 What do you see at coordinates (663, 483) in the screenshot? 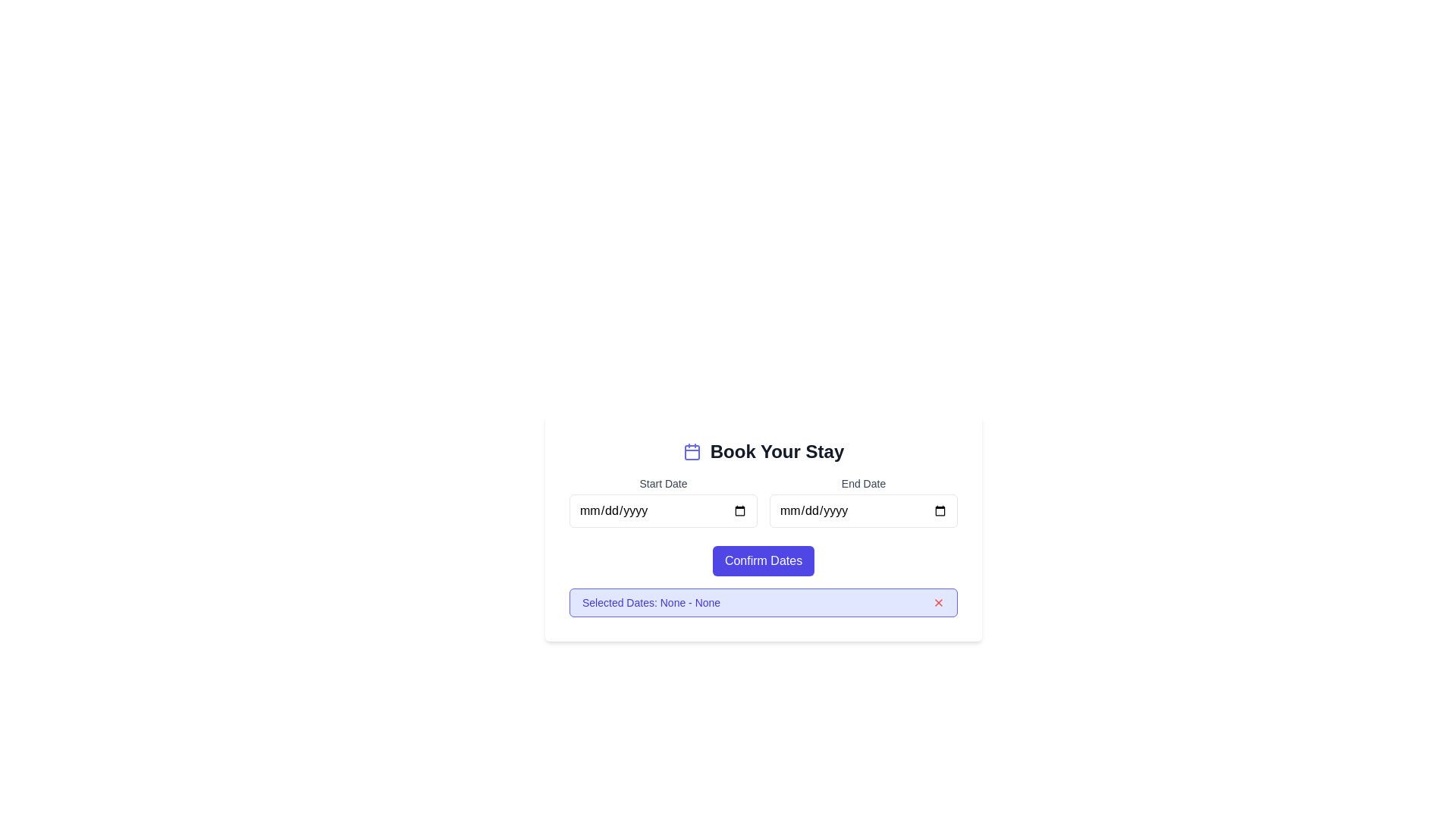
I see `the 'Start Date' text label, which is styled with a clear, sans-serif font in dark gray against a white background, located above the date selection input field in the top-left corner of the date selection section` at bounding box center [663, 483].